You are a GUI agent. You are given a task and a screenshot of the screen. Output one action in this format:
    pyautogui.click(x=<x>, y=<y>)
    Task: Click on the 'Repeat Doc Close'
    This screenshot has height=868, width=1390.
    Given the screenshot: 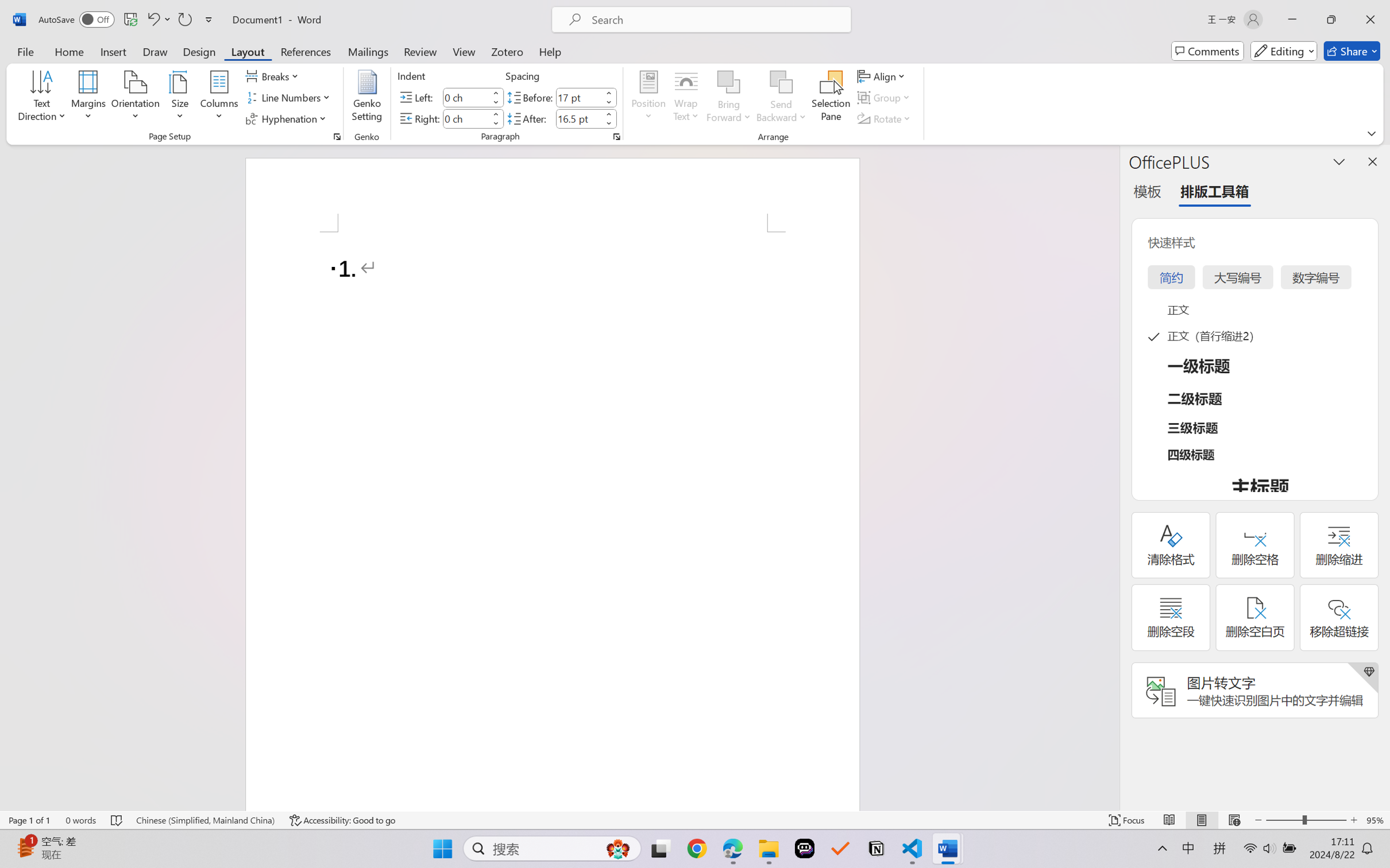 What is the action you would take?
    pyautogui.click(x=184, y=19)
    